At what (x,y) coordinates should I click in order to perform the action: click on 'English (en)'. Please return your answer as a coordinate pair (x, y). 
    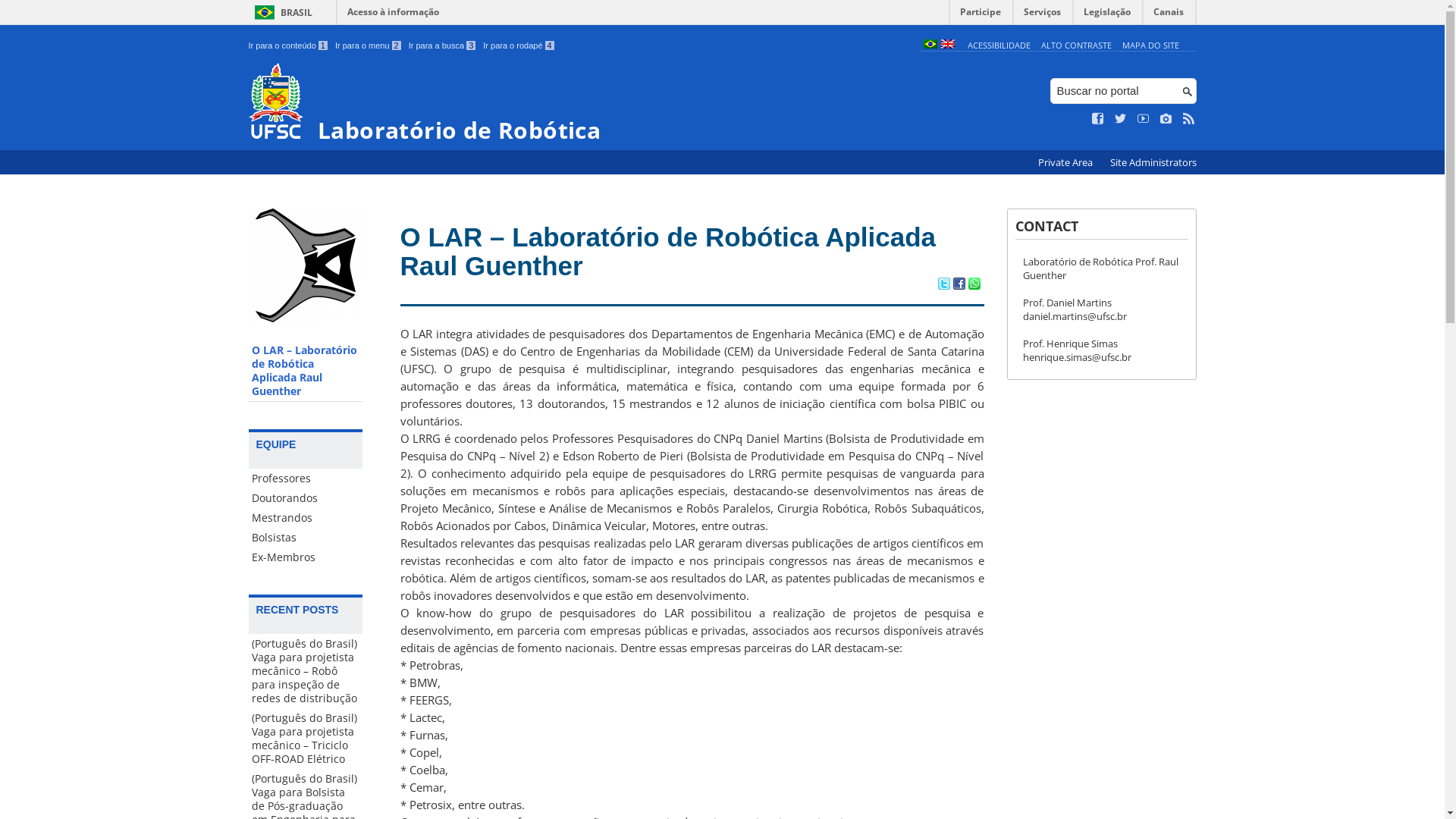
    Looking at the image, I should click on (939, 44).